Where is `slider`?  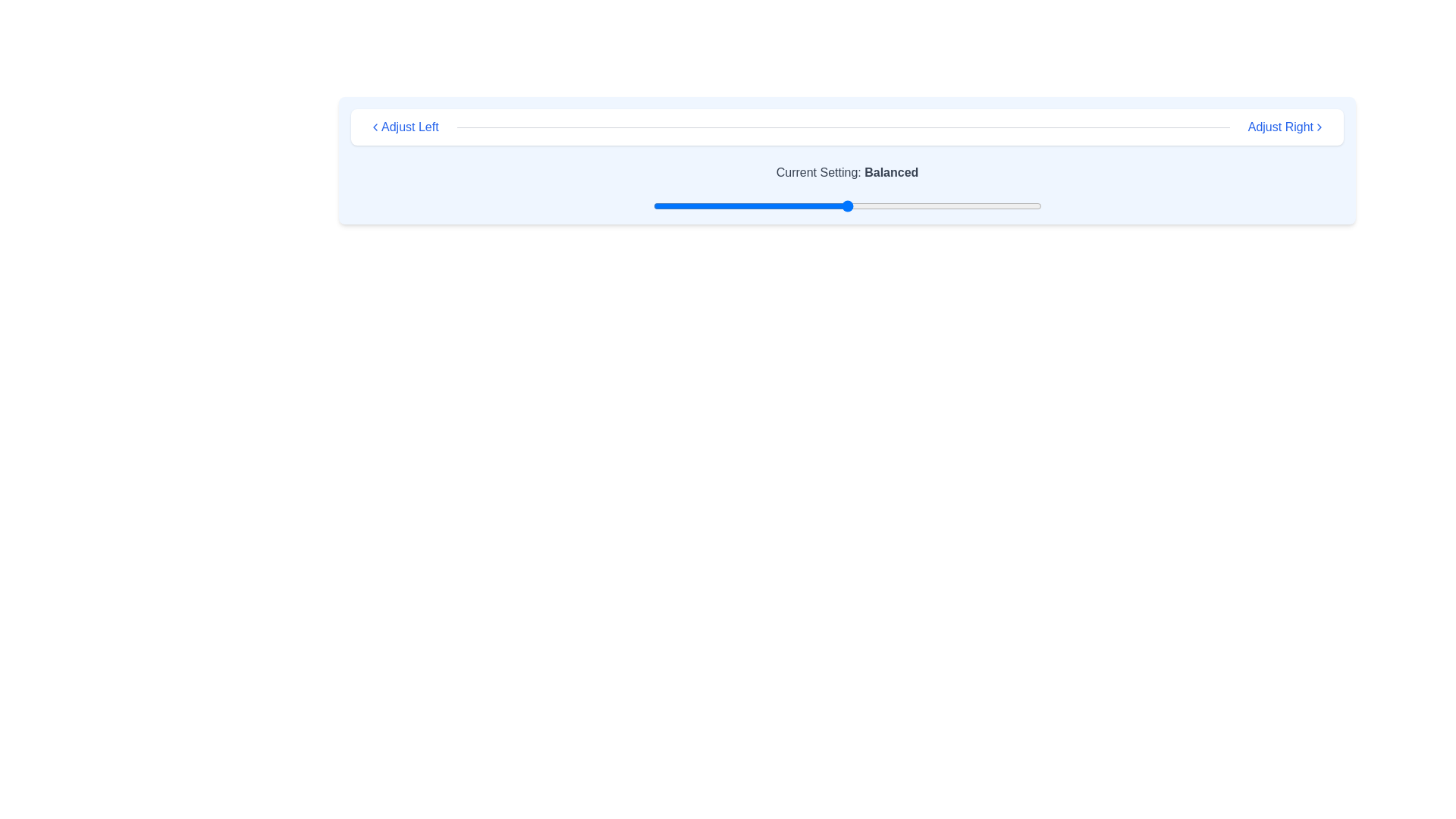 slider is located at coordinates (735, 206).